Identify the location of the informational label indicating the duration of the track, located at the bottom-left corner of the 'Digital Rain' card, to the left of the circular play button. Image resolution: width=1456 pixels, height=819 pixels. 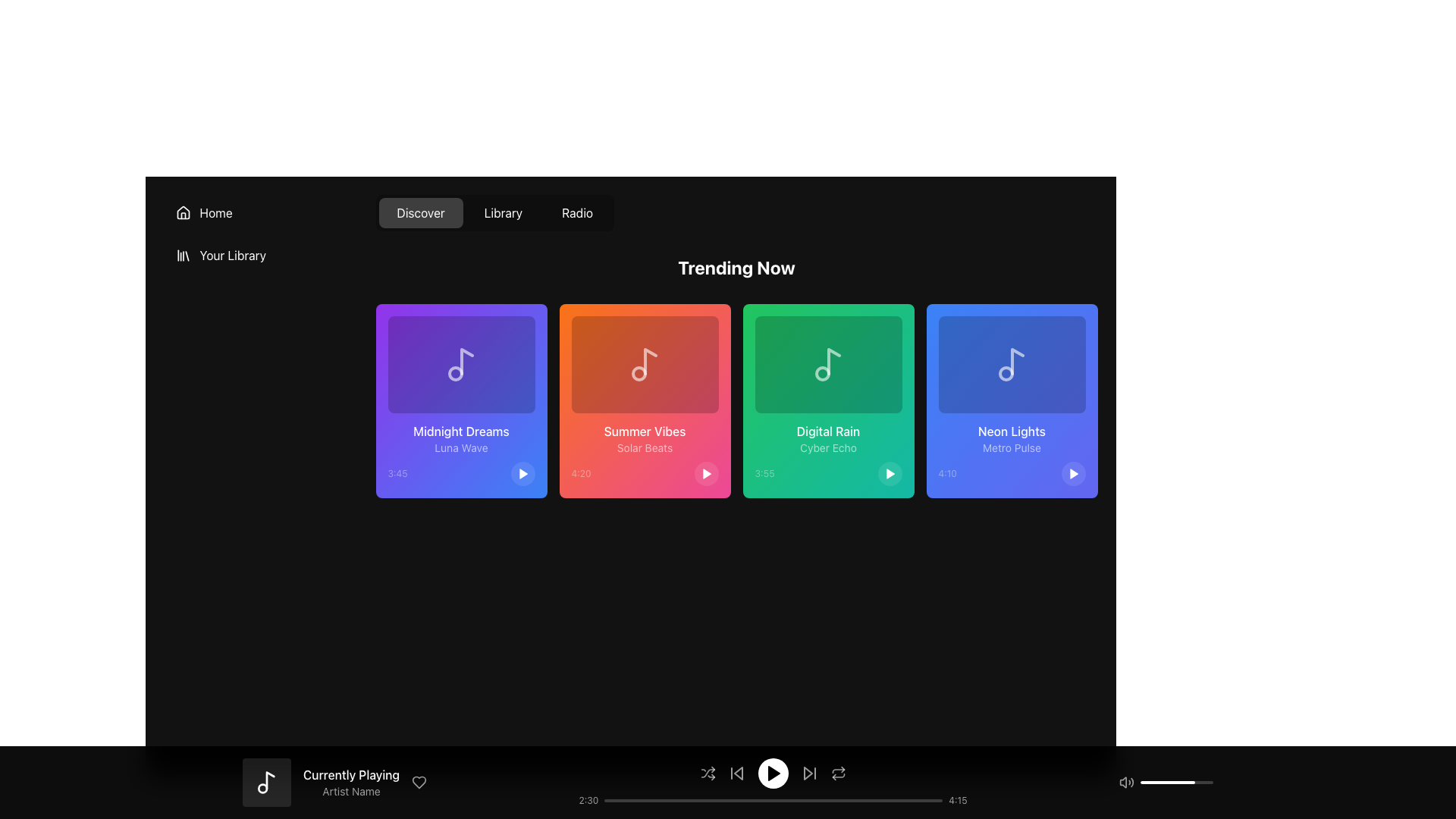
(764, 472).